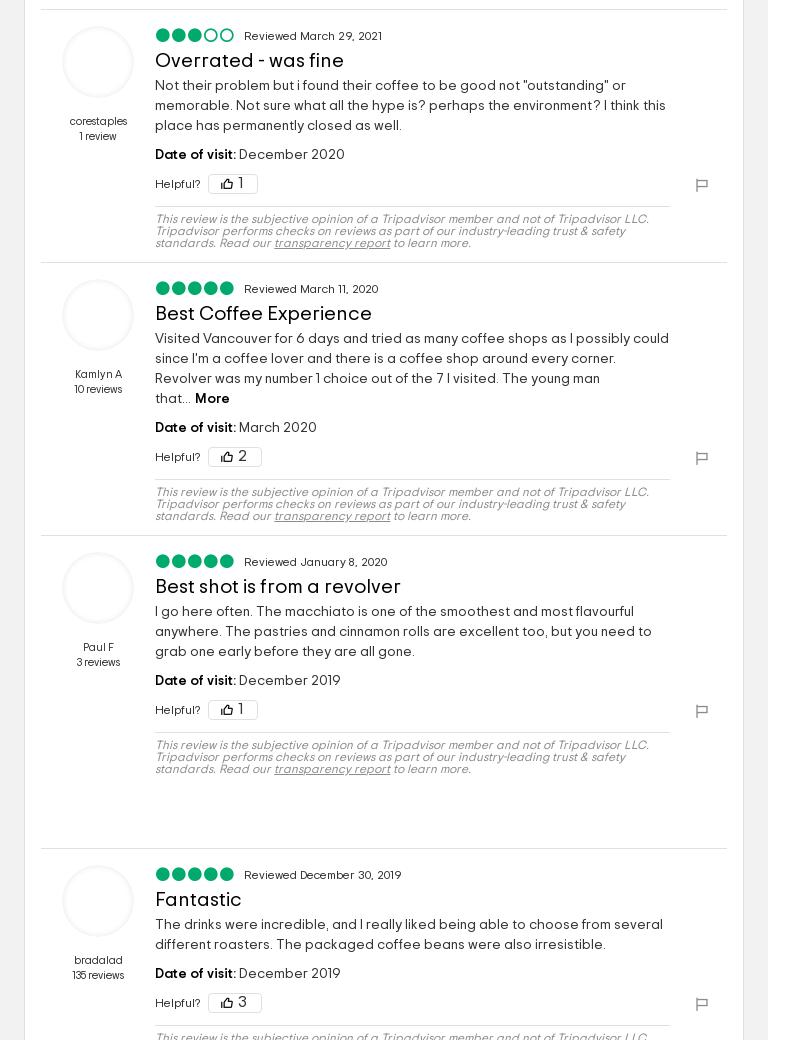  Describe the element at coordinates (197, 899) in the screenshot. I see `'Fantastic'` at that location.